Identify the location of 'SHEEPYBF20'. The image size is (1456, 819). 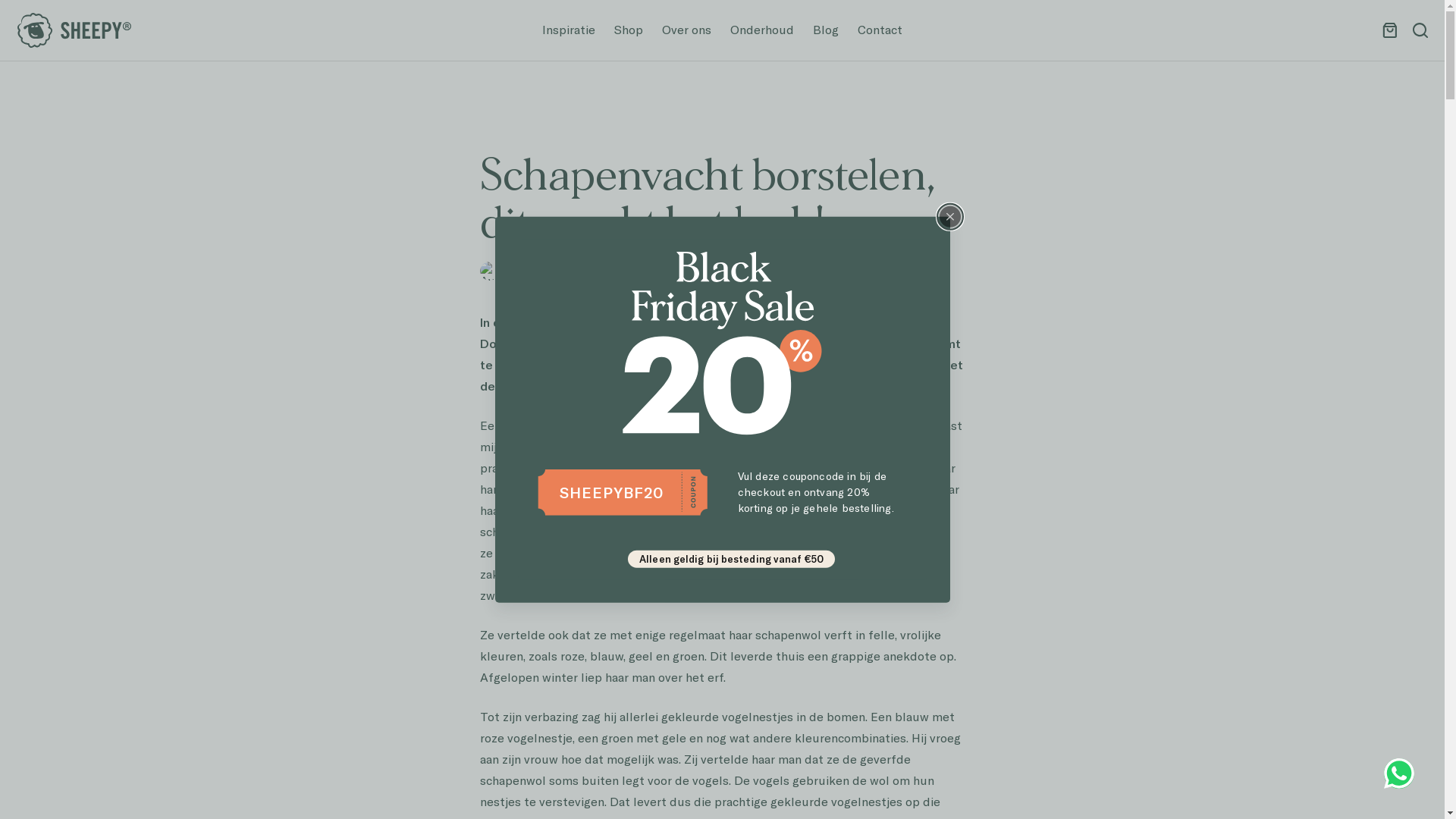
(611, 491).